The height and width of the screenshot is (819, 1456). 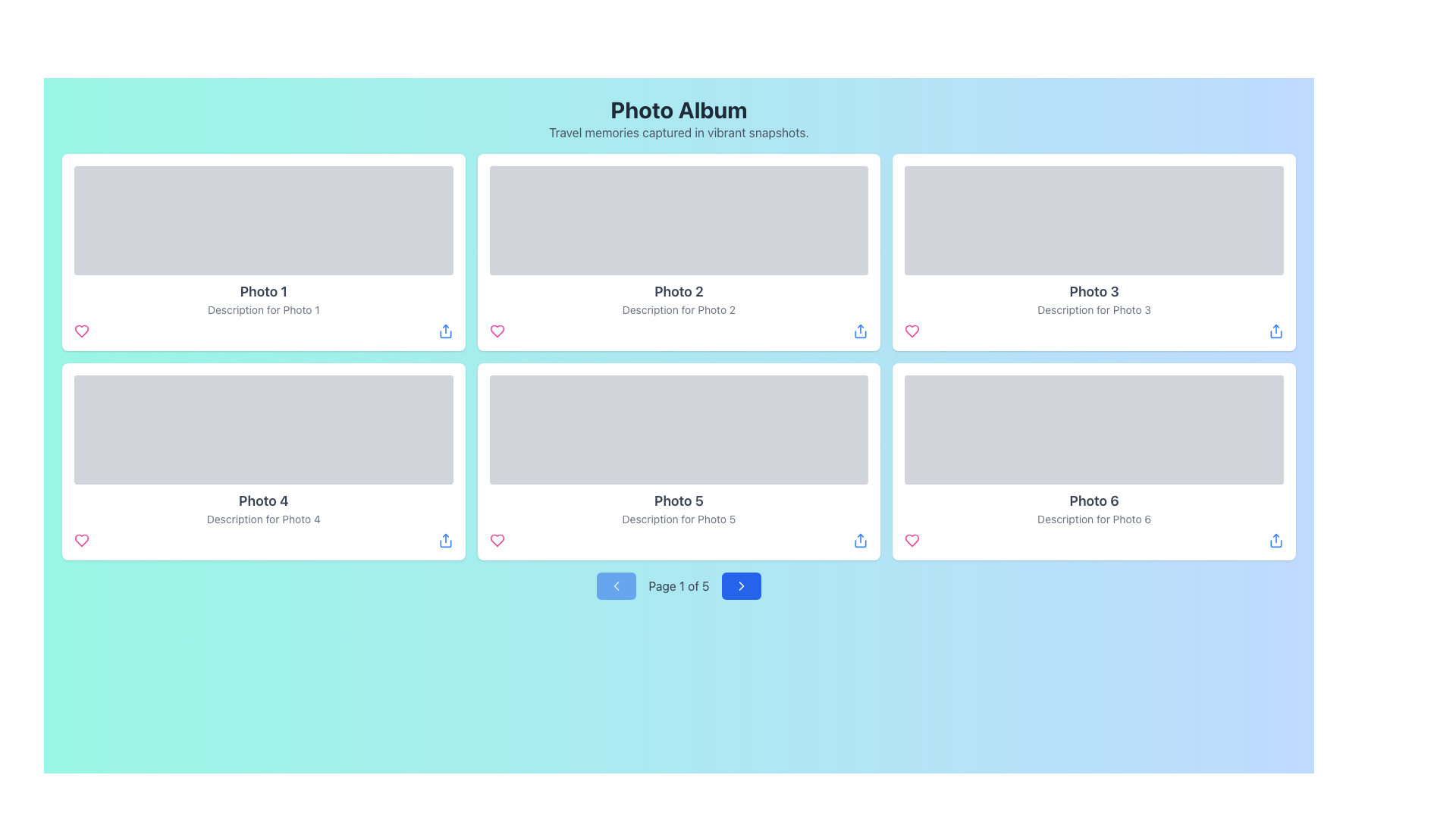 What do you see at coordinates (444, 540) in the screenshot?
I see `the Share button icon located at the bottom-right corner of the 'Photo 4' card in the second row of the grid layout` at bounding box center [444, 540].